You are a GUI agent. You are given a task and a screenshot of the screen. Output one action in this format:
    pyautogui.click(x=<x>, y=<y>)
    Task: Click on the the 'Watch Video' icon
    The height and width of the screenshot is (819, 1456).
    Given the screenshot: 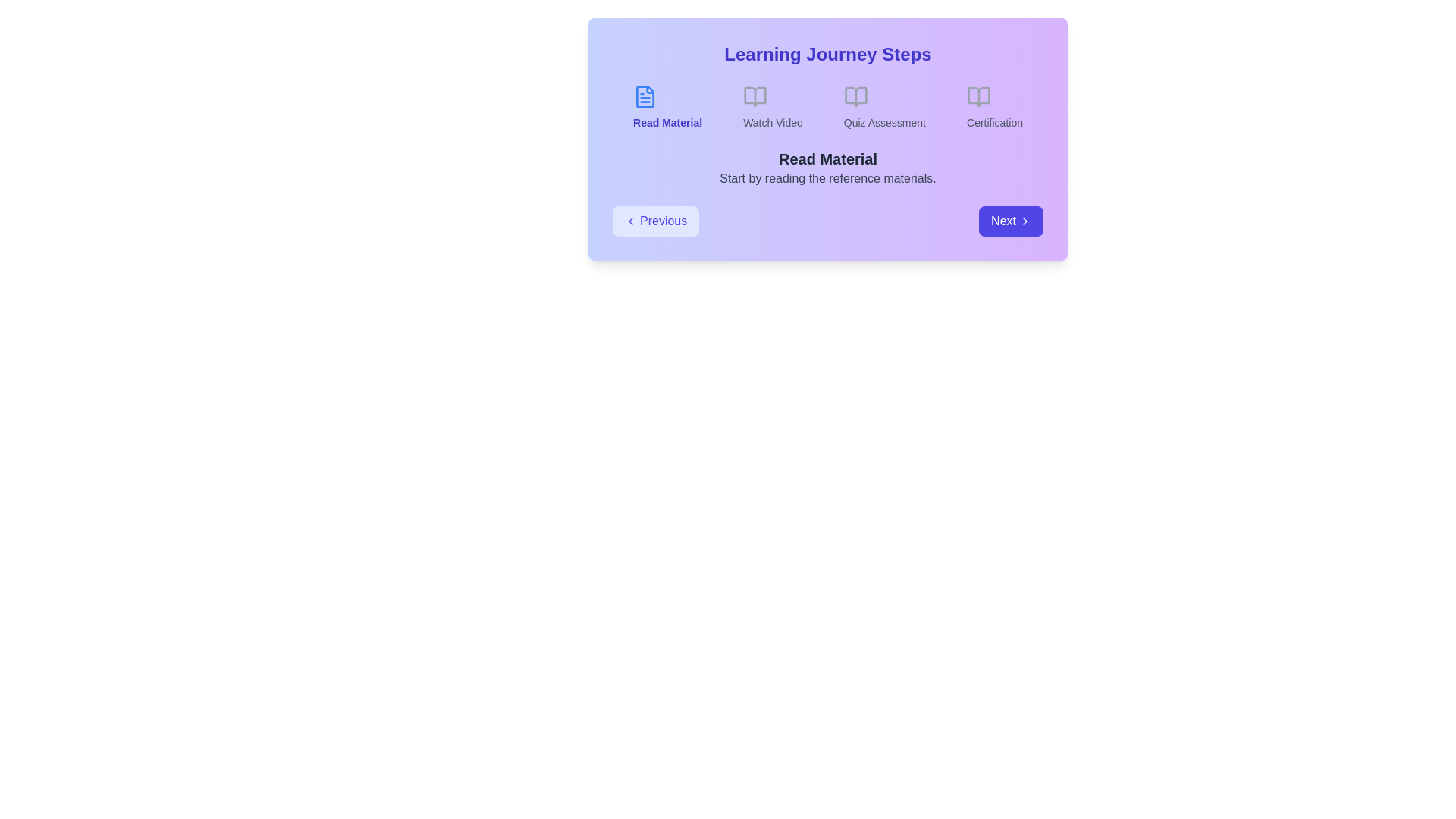 What is the action you would take?
    pyautogui.click(x=755, y=96)
    